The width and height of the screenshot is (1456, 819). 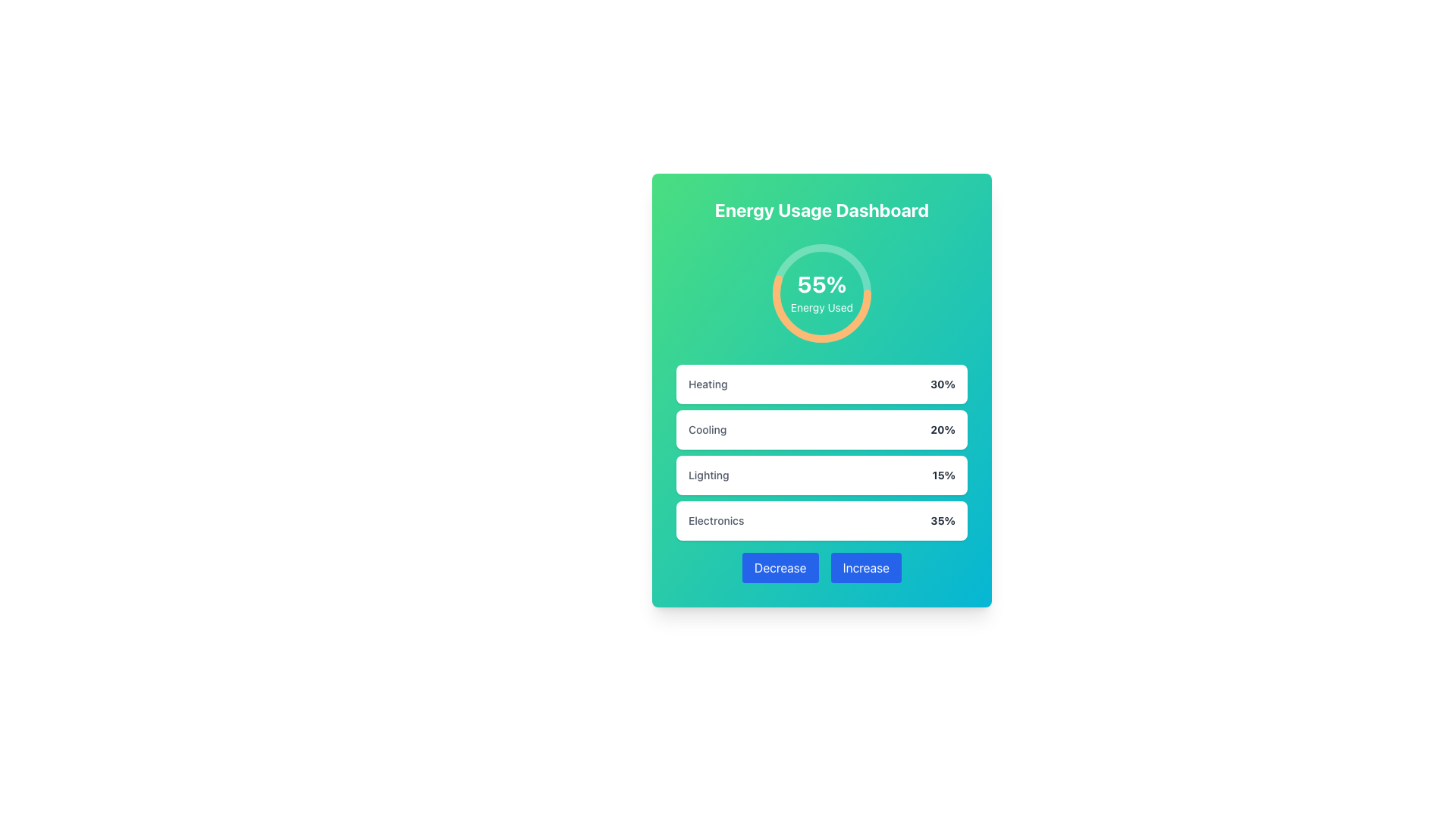 What do you see at coordinates (866, 567) in the screenshot?
I see `the 'Increase' button, which has a bright blue background and white text, located below the 'Electronics' row and to the right of the 'Decrease' button` at bounding box center [866, 567].